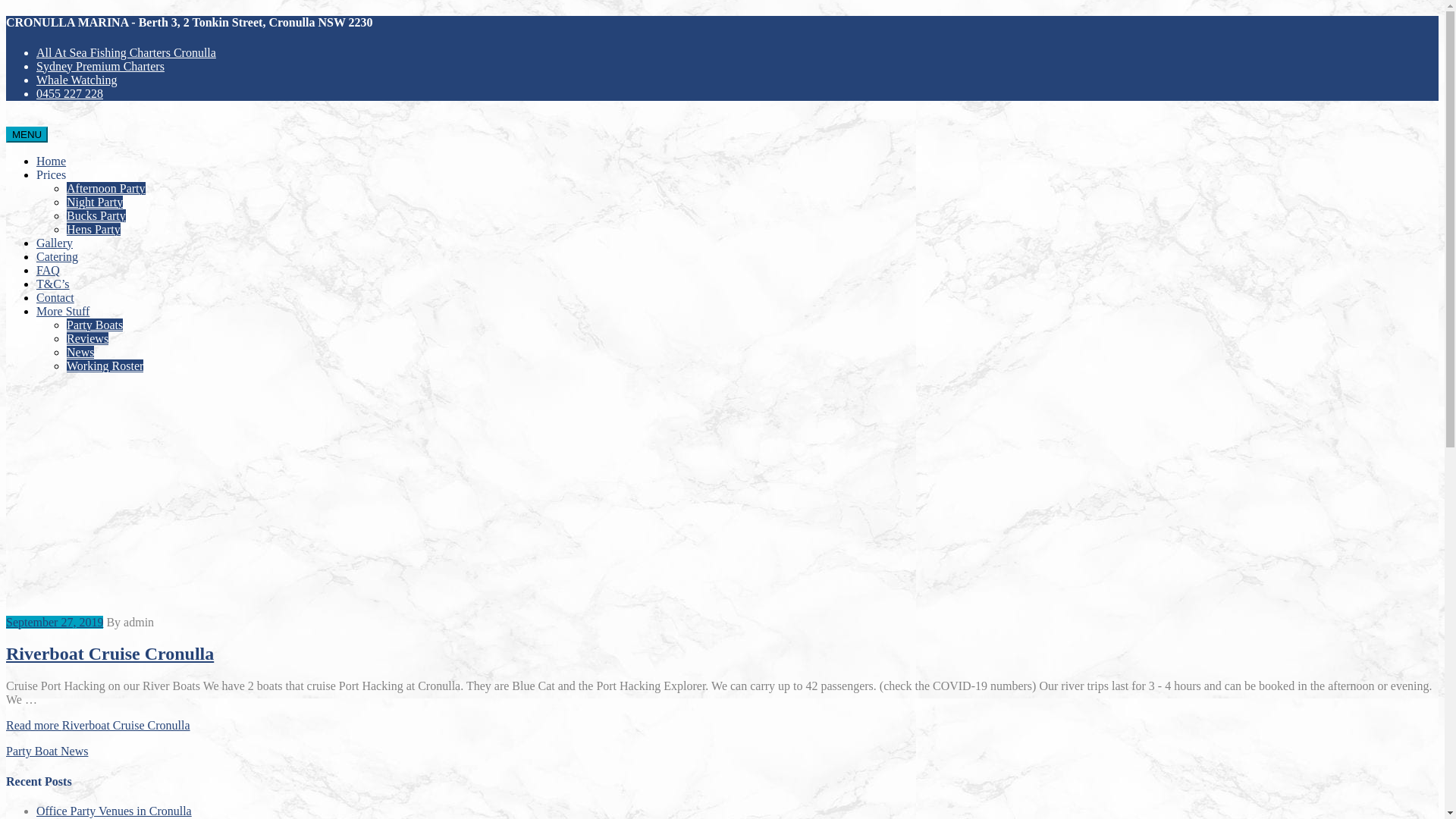  I want to click on 'FAQ', so click(48, 269).